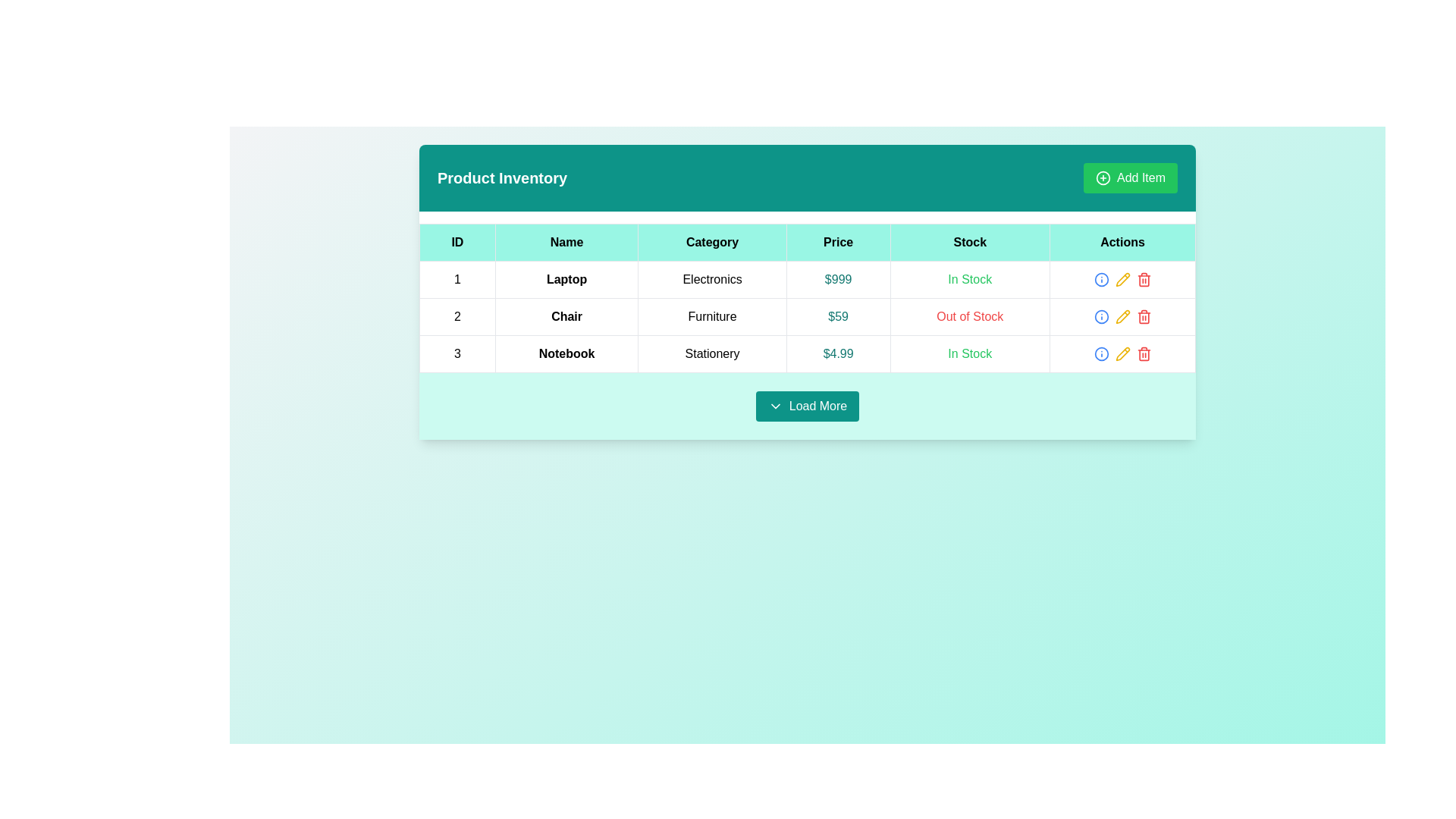  I want to click on the first row in the product inventory table that displays the laptop details, including ID '1', name 'Laptop', category 'Electronics', price '$999', and stock status 'In Stock', so click(807, 280).